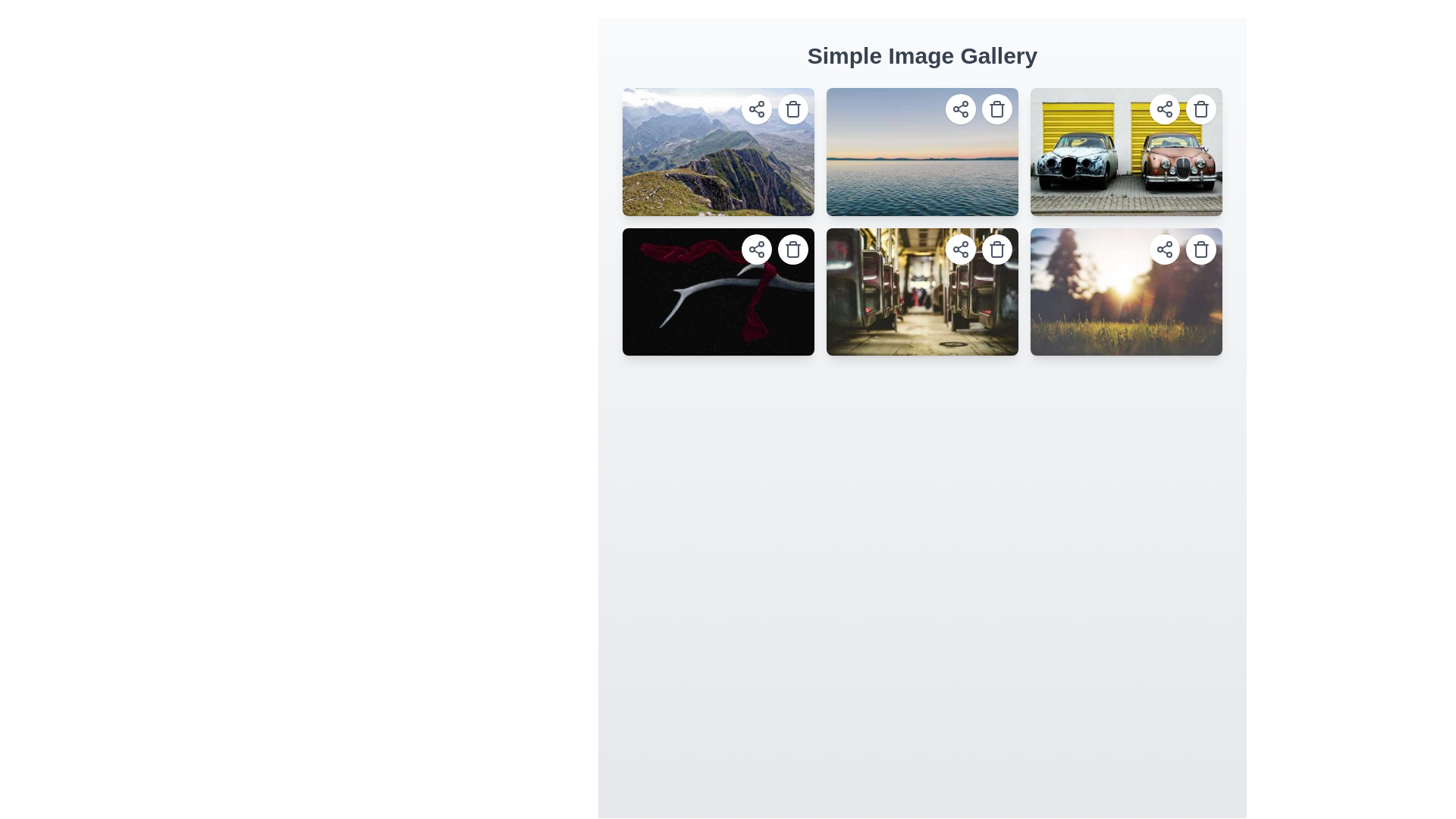  What do you see at coordinates (775, 108) in the screenshot?
I see `the delete button in the interactive button group located at the top right corner of the first image in the gallery grid layout` at bounding box center [775, 108].